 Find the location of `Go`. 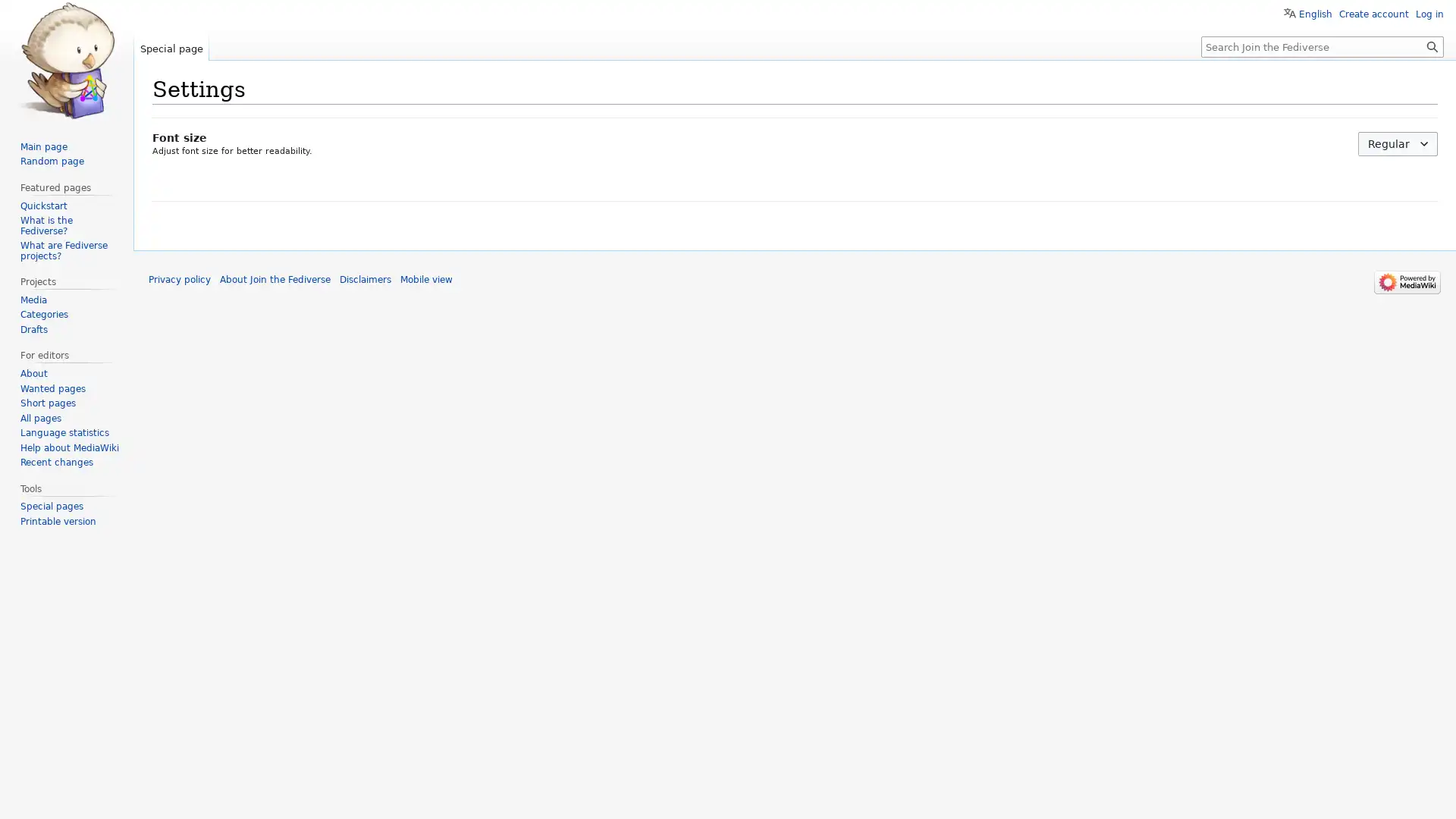

Go is located at coordinates (1432, 45).